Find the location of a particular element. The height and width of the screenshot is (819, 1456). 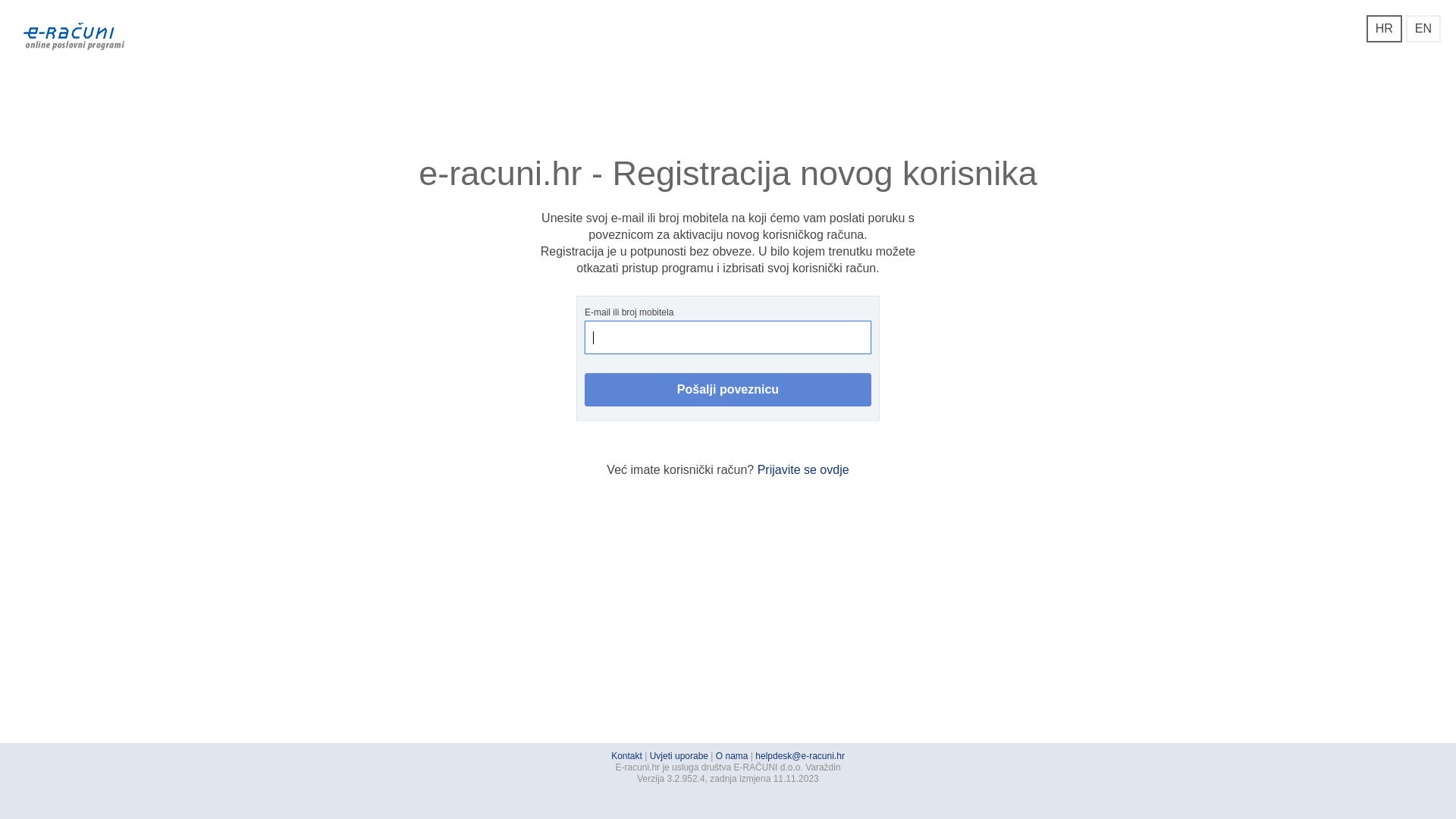

'helpdesk@e-racuni.hr' is located at coordinates (755, 755).